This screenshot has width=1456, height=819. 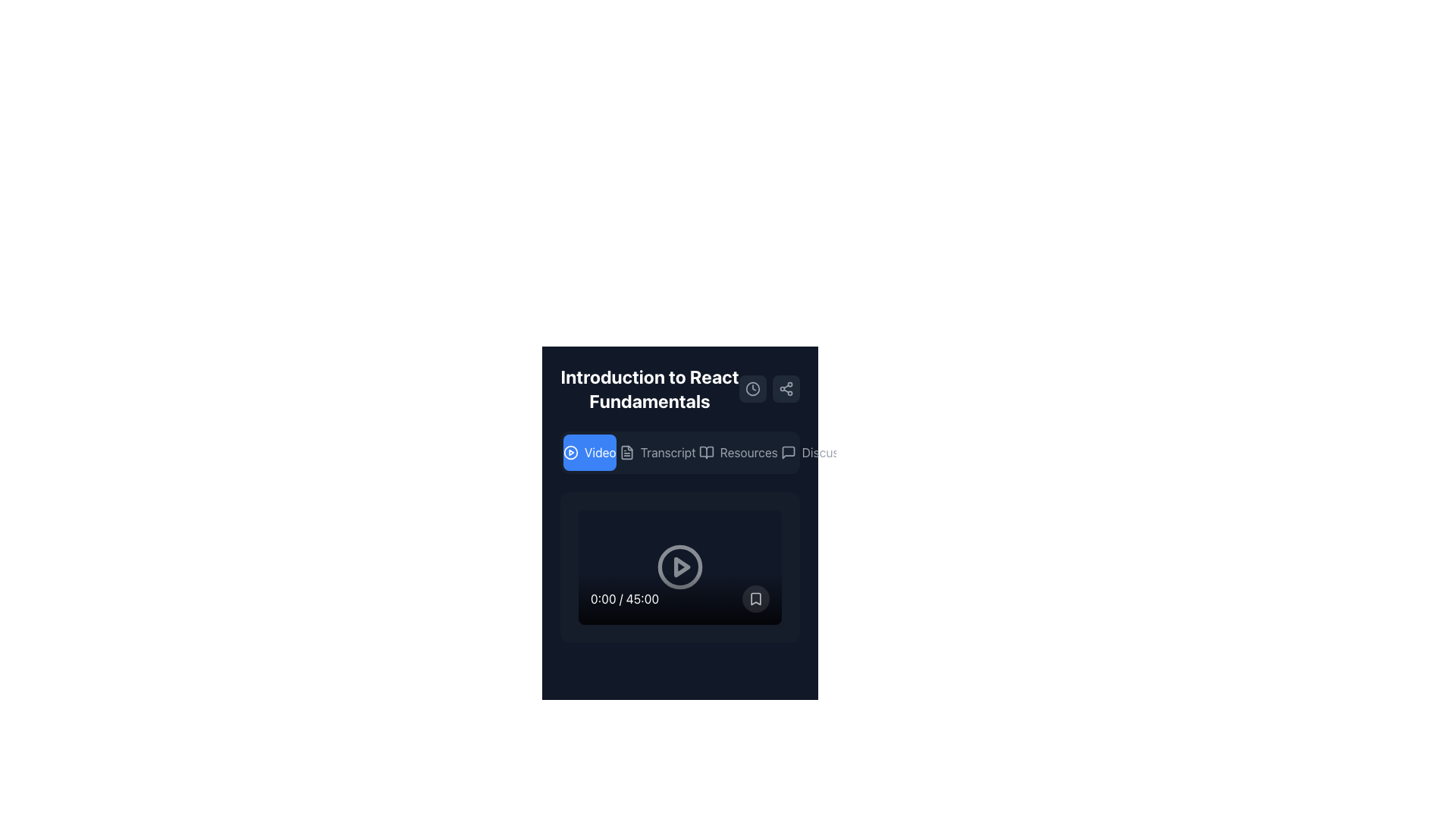 What do you see at coordinates (588, 452) in the screenshot?
I see `the first button in a row of four buttons labeled 'Video', 'Transcript', 'Resources', 'Discussion'` at bounding box center [588, 452].